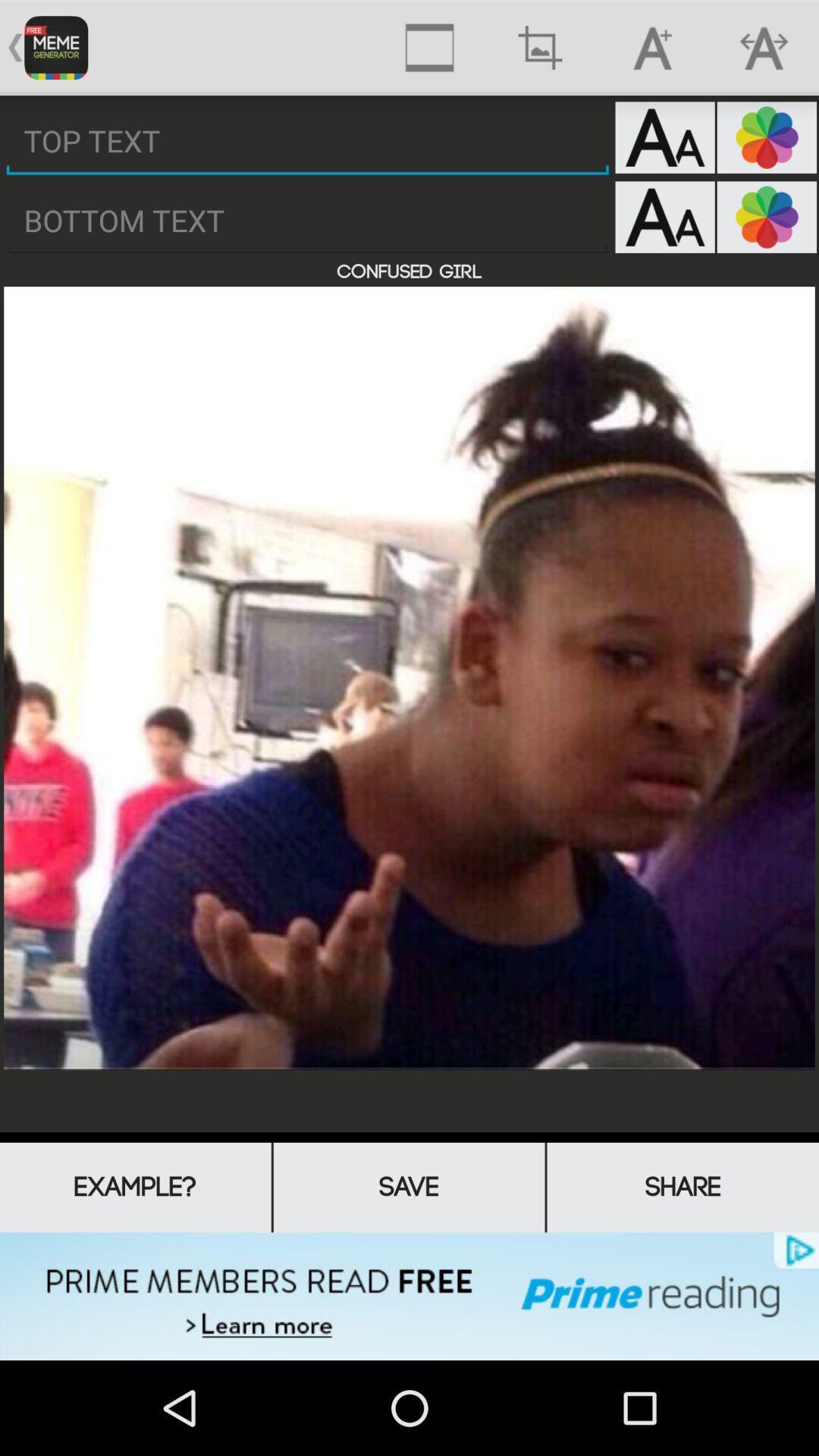  Describe the element at coordinates (767, 137) in the screenshot. I see `colours` at that location.